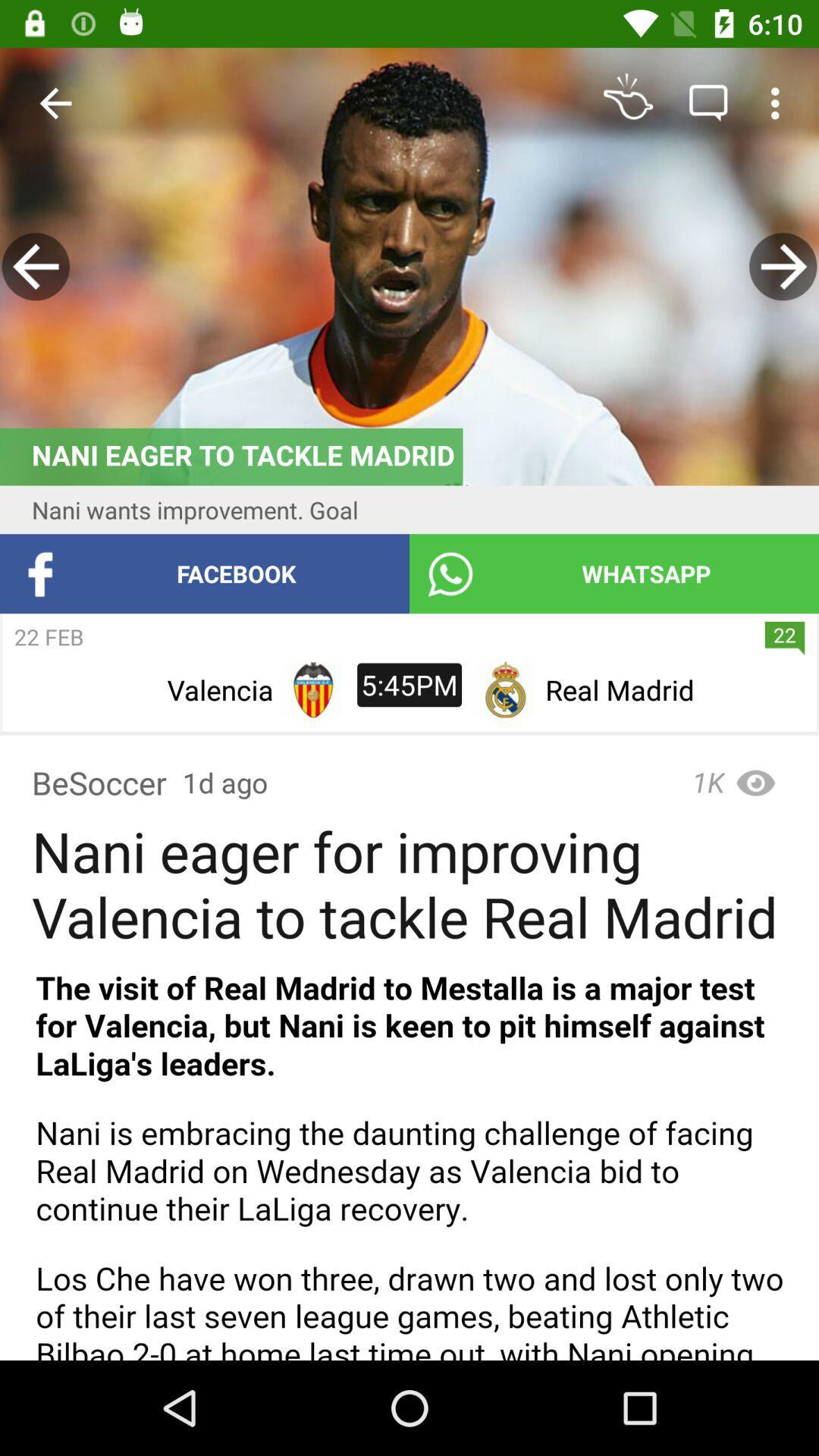 The height and width of the screenshot is (1456, 819). Describe the element at coordinates (783, 266) in the screenshot. I see `back bate` at that location.